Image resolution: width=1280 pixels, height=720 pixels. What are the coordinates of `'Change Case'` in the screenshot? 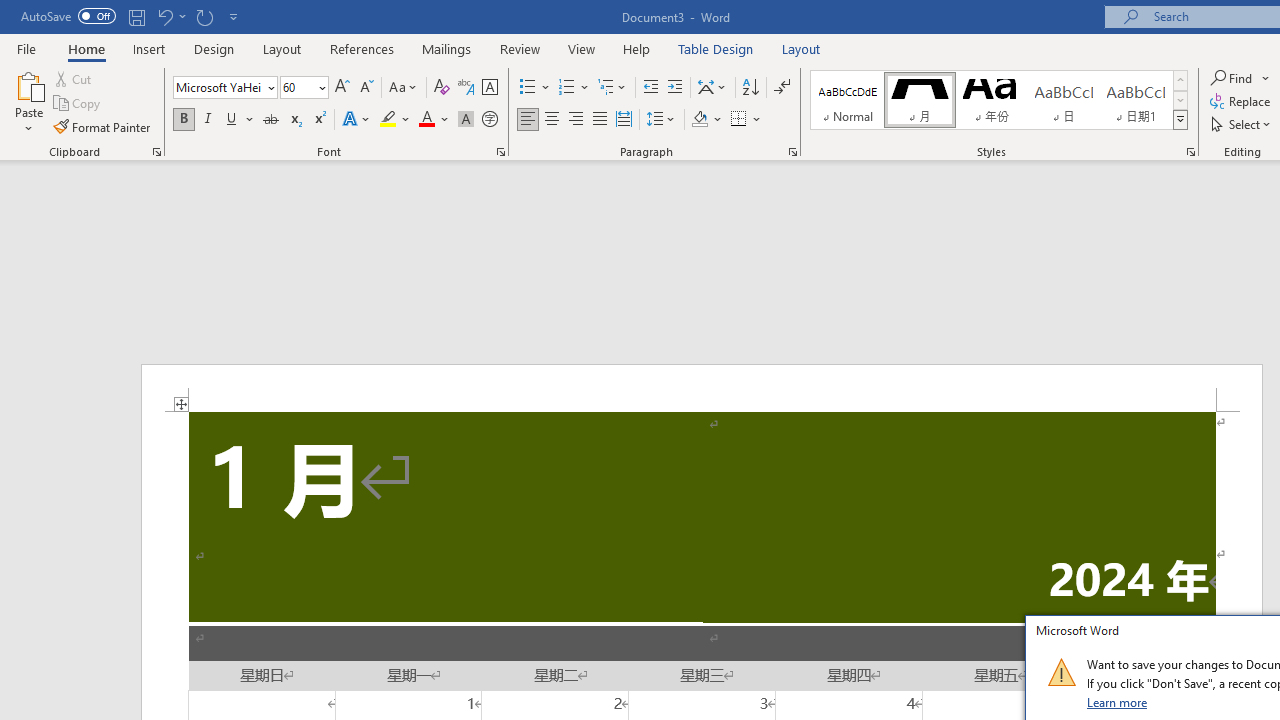 It's located at (403, 86).